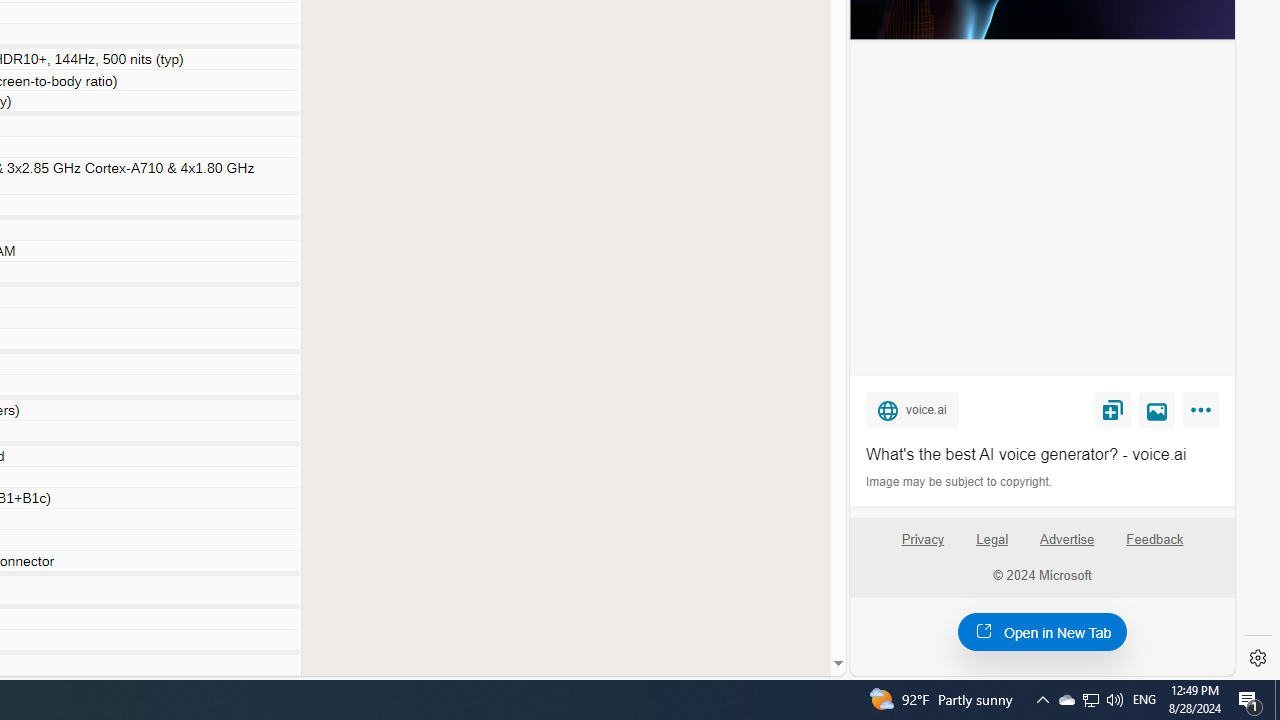  What do you see at coordinates (1111, 408) in the screenshot?
I see `'Save'` at bounding box center [1111, 408].